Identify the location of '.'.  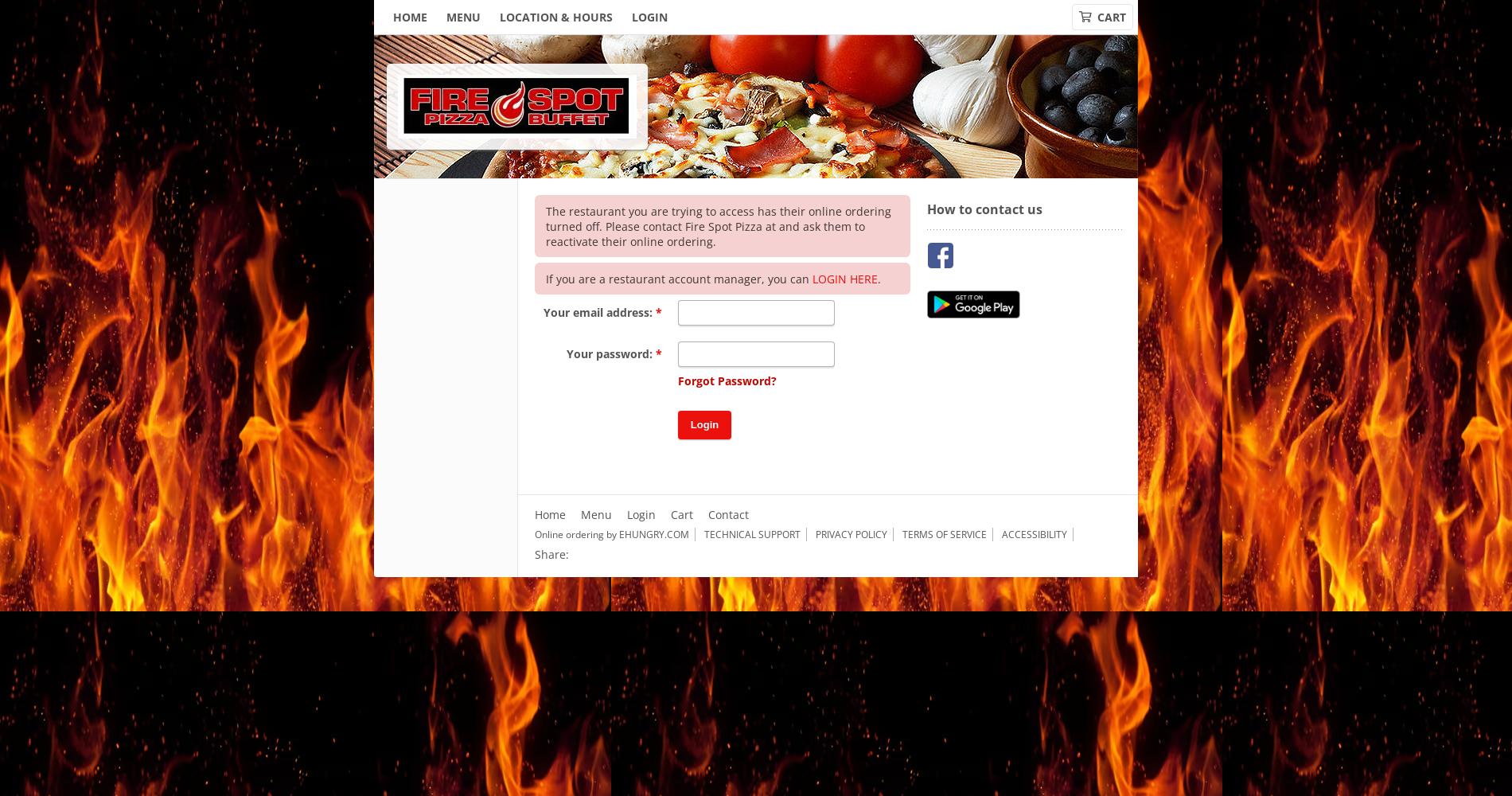
(877, 277).